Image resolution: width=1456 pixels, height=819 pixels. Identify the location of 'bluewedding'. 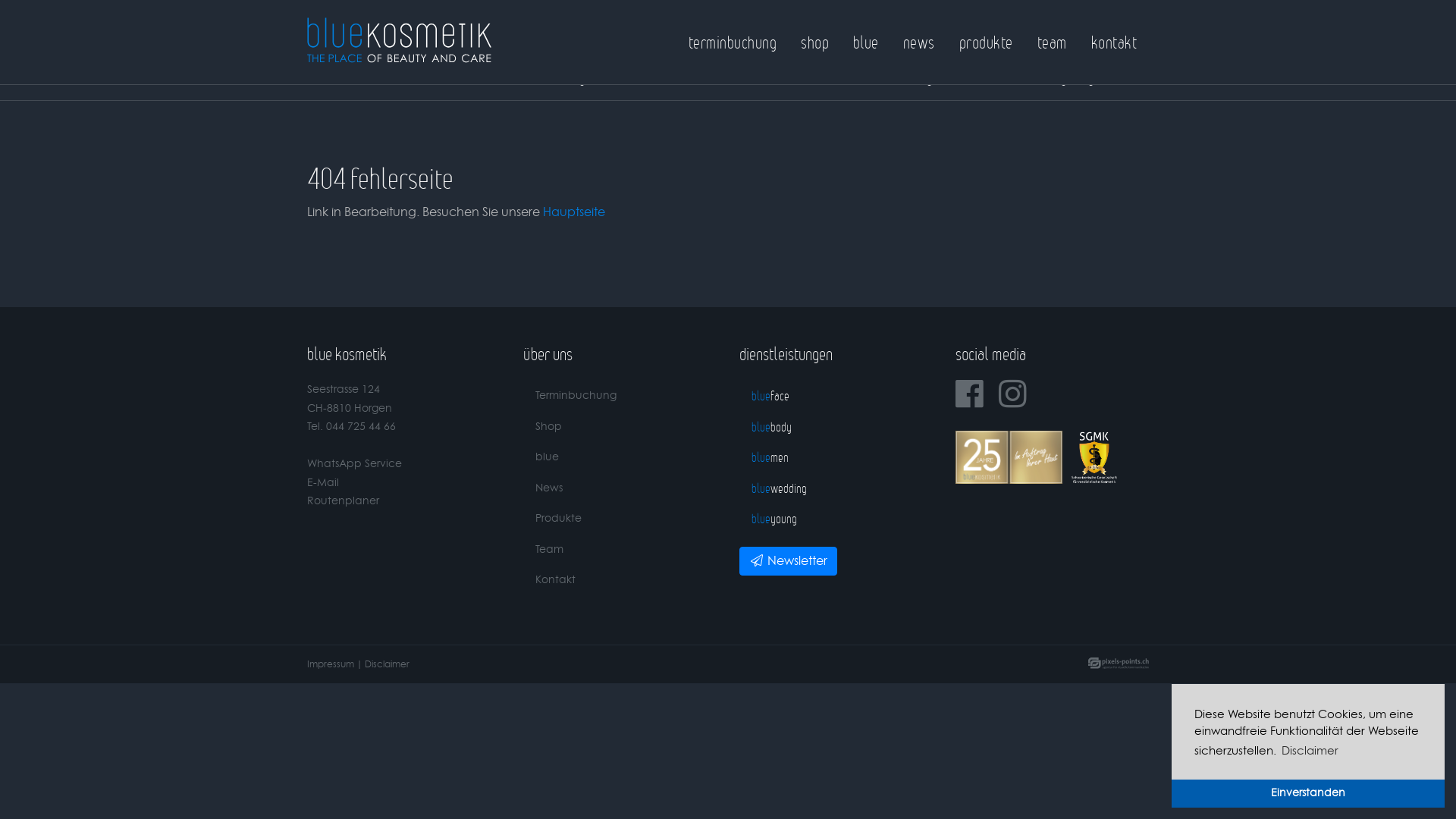
(835, 488).